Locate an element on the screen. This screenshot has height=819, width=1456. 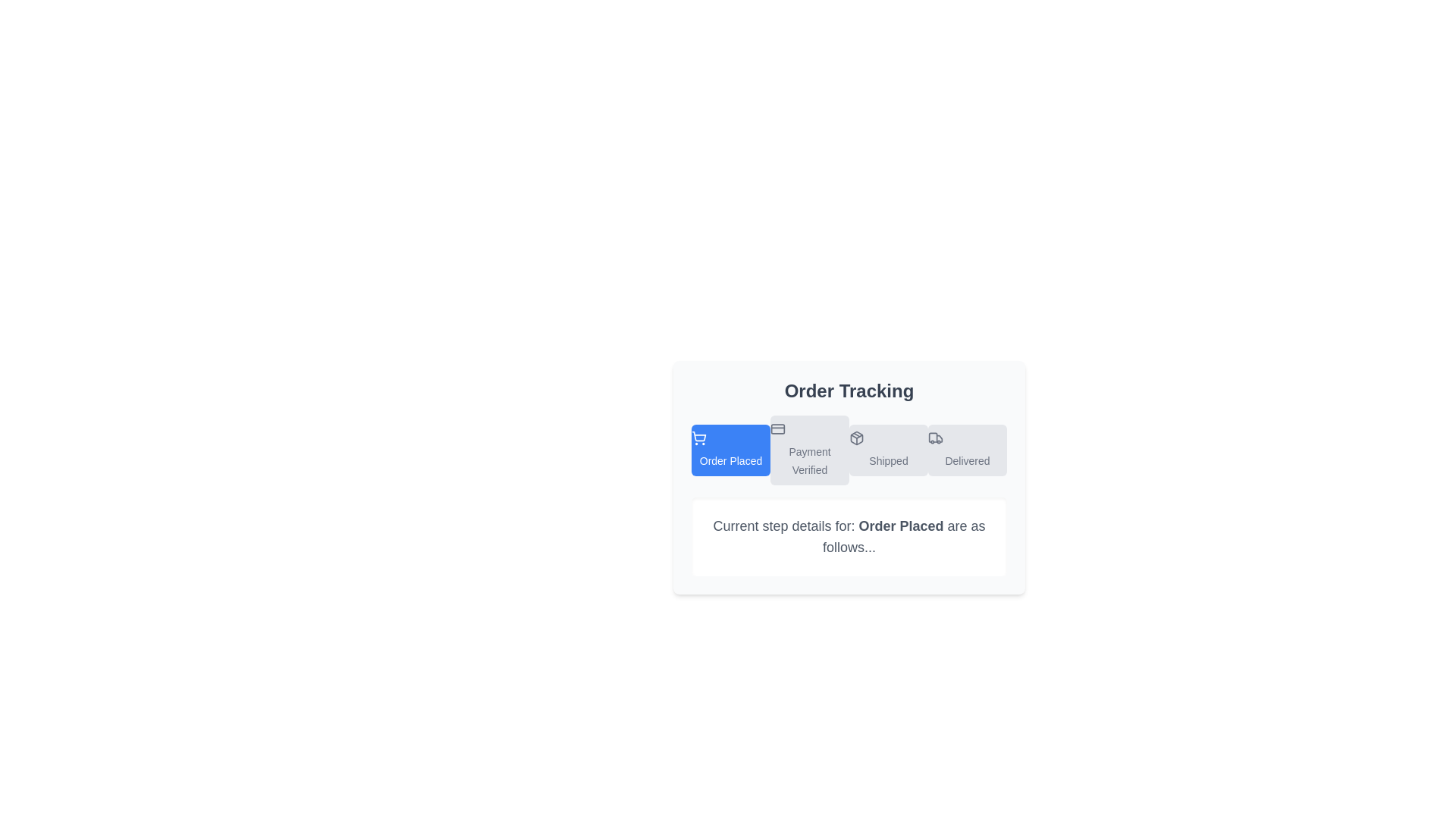
the Text Label that confirms payment verification in the order tracking interface, located beneath the credit card icon in the status card is located at coordinates (809, 460).